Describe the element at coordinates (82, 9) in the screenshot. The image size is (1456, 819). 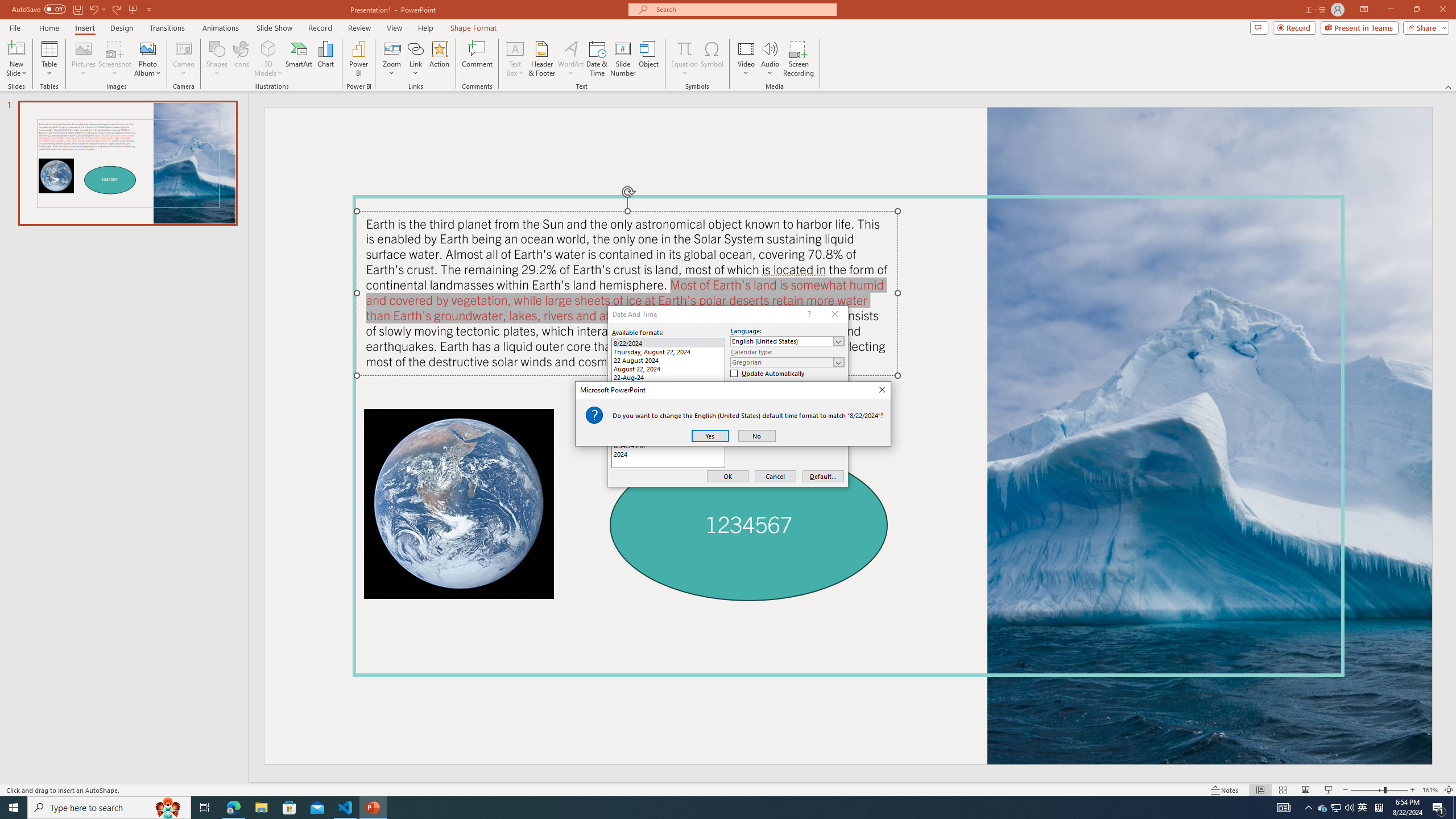
I see `'Quick Access Toolbar'` at that location.